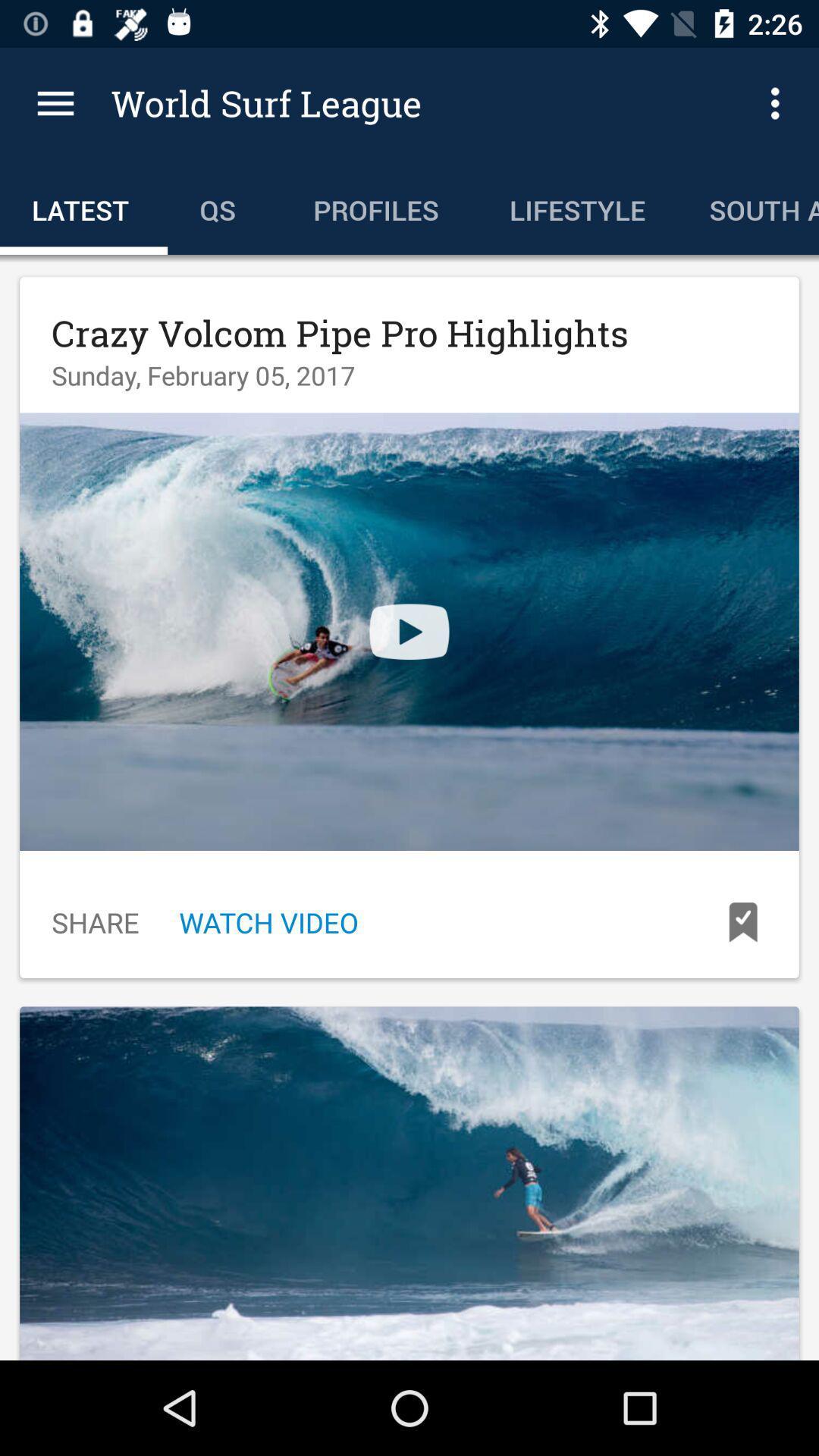  What do you see at coordinates (779, 103) in the screenshot?
I see `the three dotted icon` at bounding box center [779, 103].